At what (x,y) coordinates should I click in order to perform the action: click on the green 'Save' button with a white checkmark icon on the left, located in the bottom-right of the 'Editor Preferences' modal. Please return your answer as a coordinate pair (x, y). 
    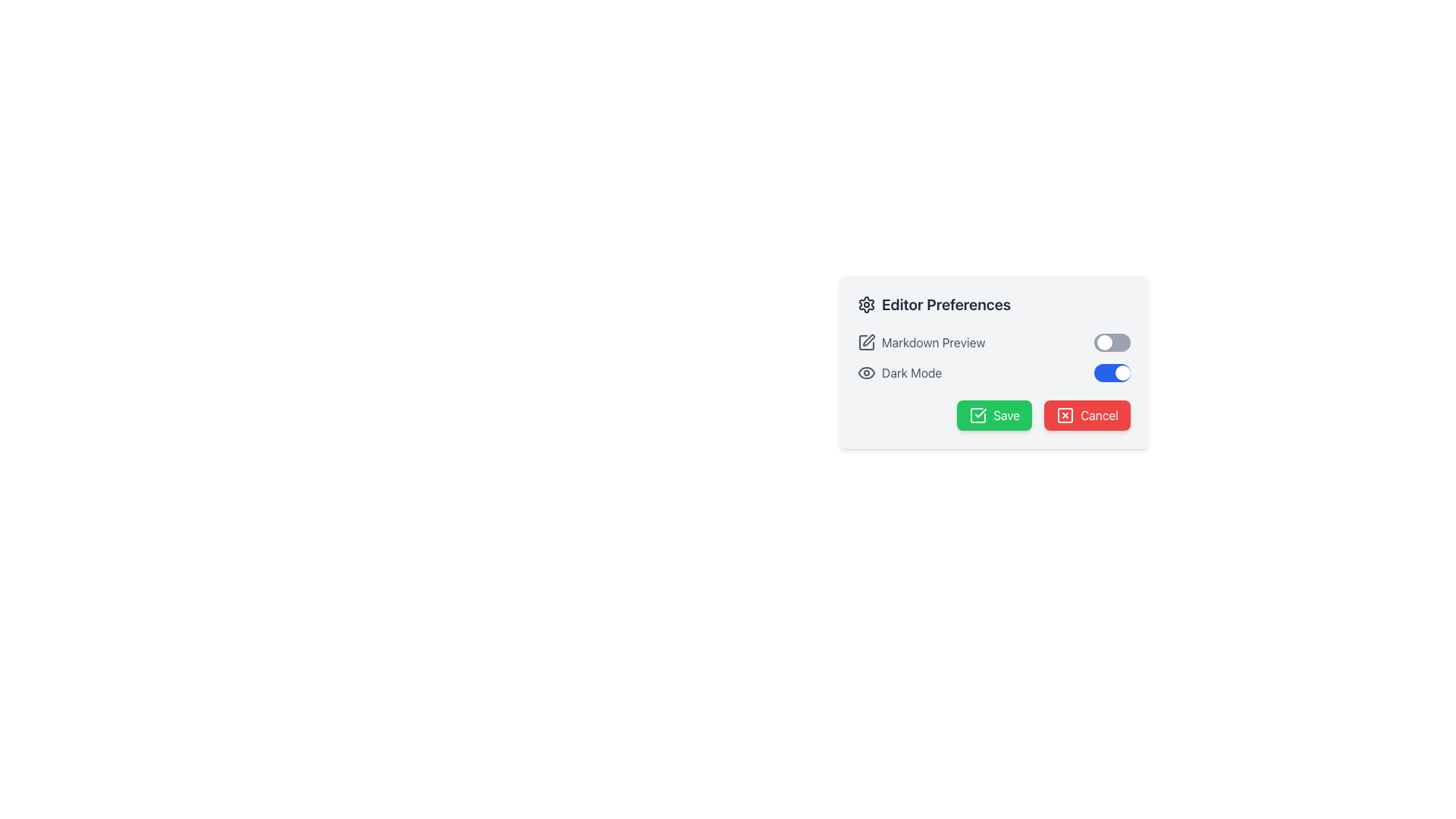
    Looking at the image, I should click on (994, 415).